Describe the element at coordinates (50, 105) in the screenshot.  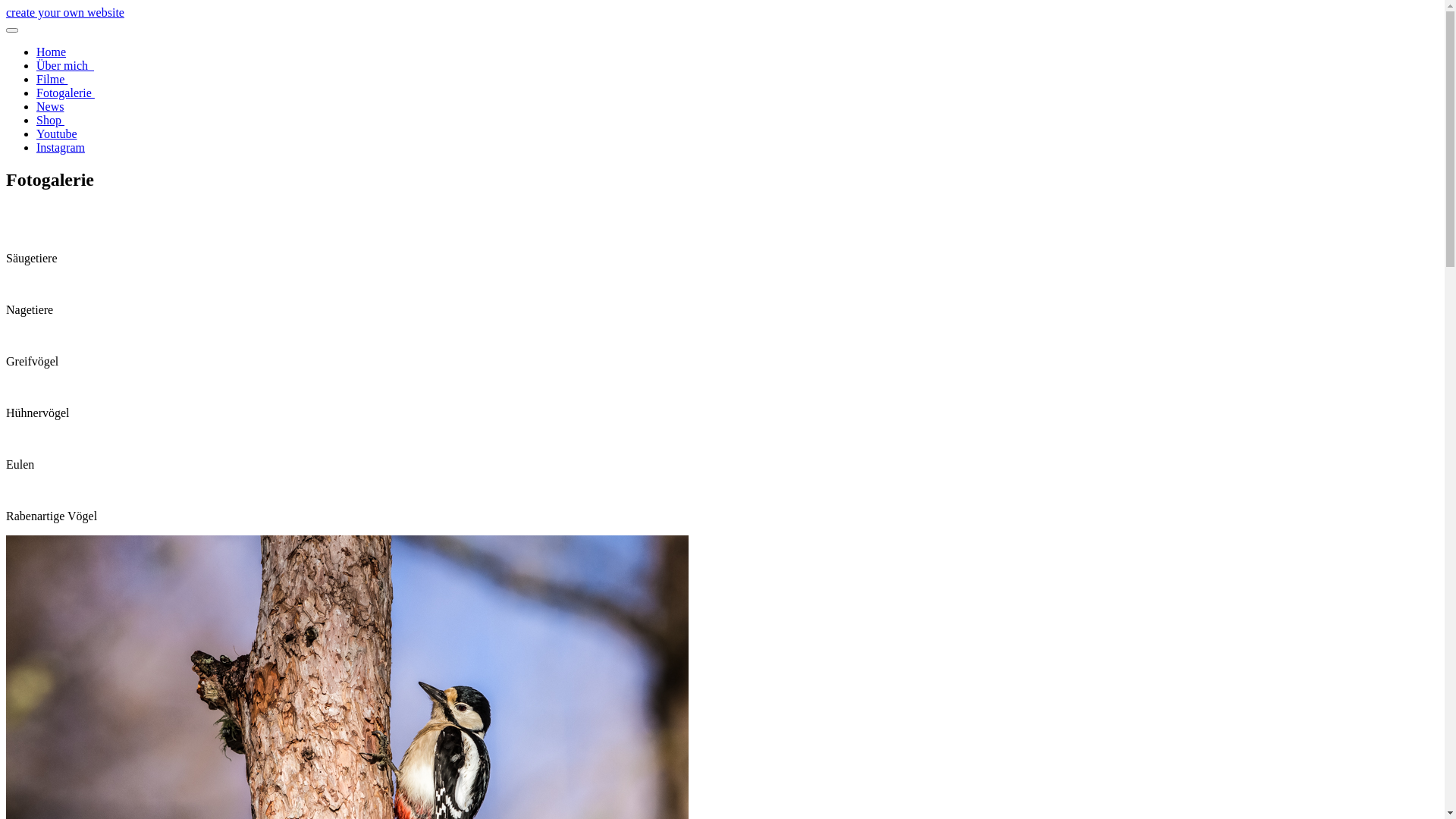
I see `'News'` at that location.